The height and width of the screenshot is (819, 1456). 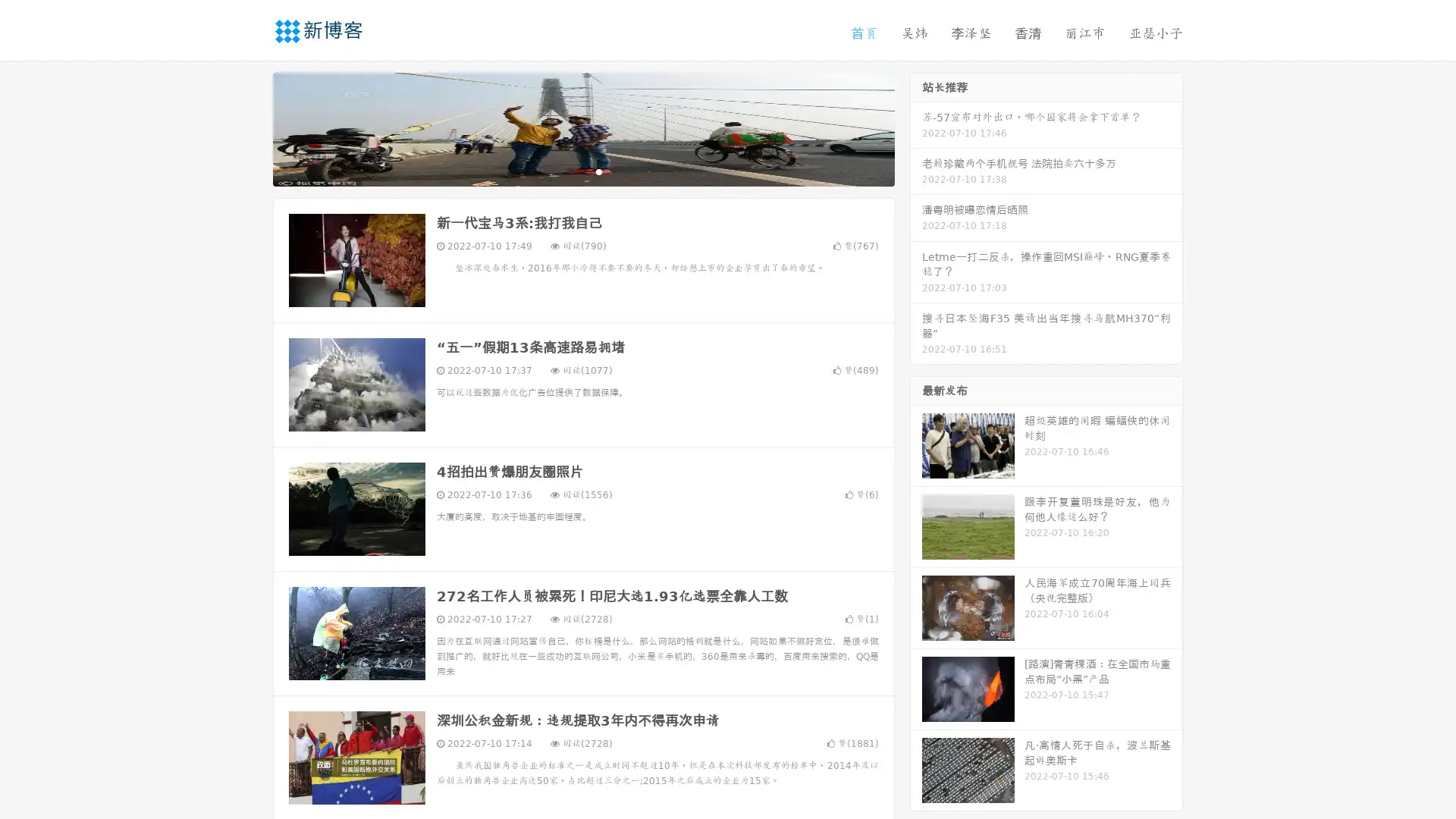 I want to click on Go to slide 1, so click(x=567, y=171).